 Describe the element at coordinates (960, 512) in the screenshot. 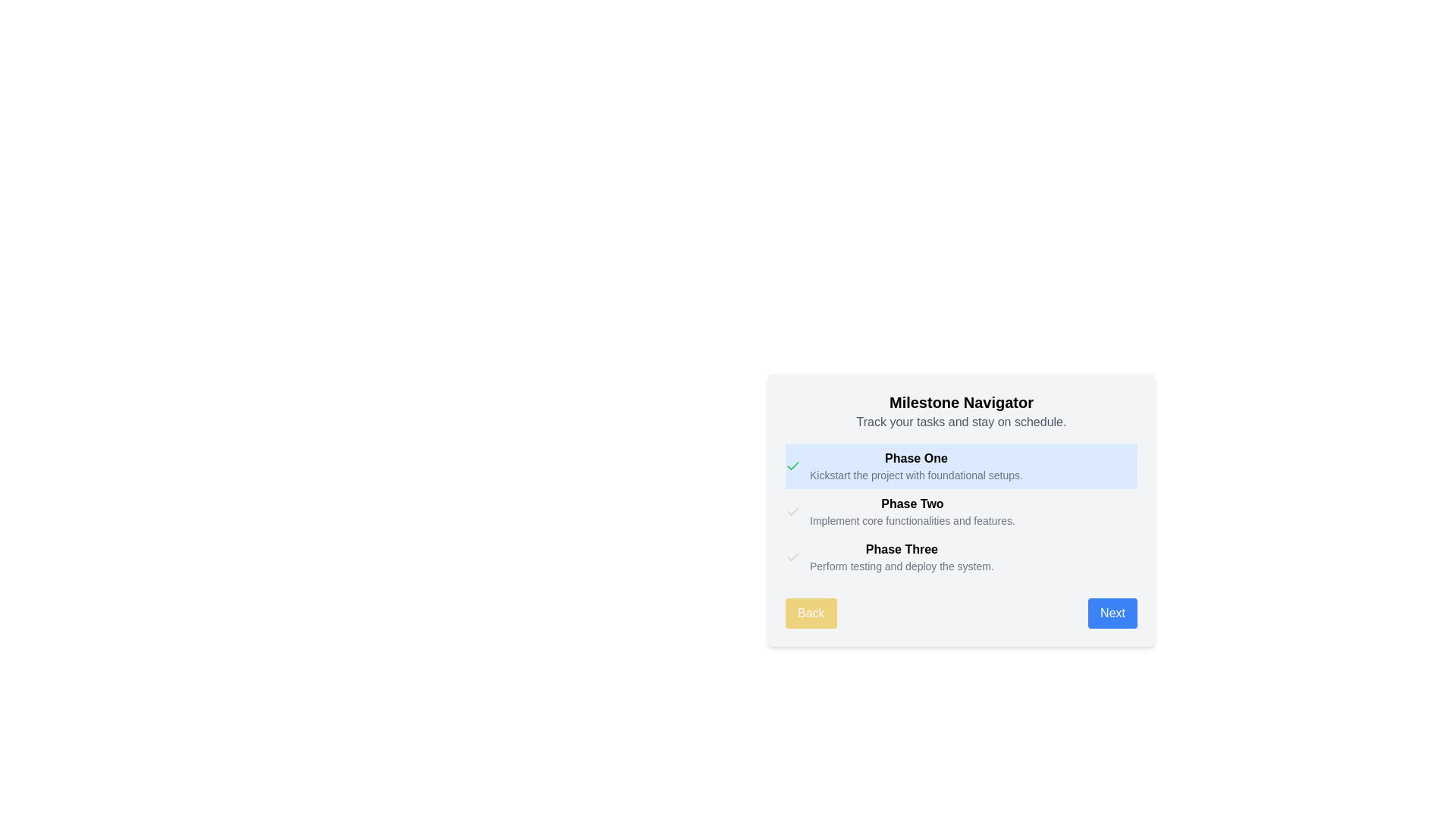

I see `the List item that displays 'Phase Two' with a checkmark icon, which includes the text 'Implement core functionalities and features.'` at that location.